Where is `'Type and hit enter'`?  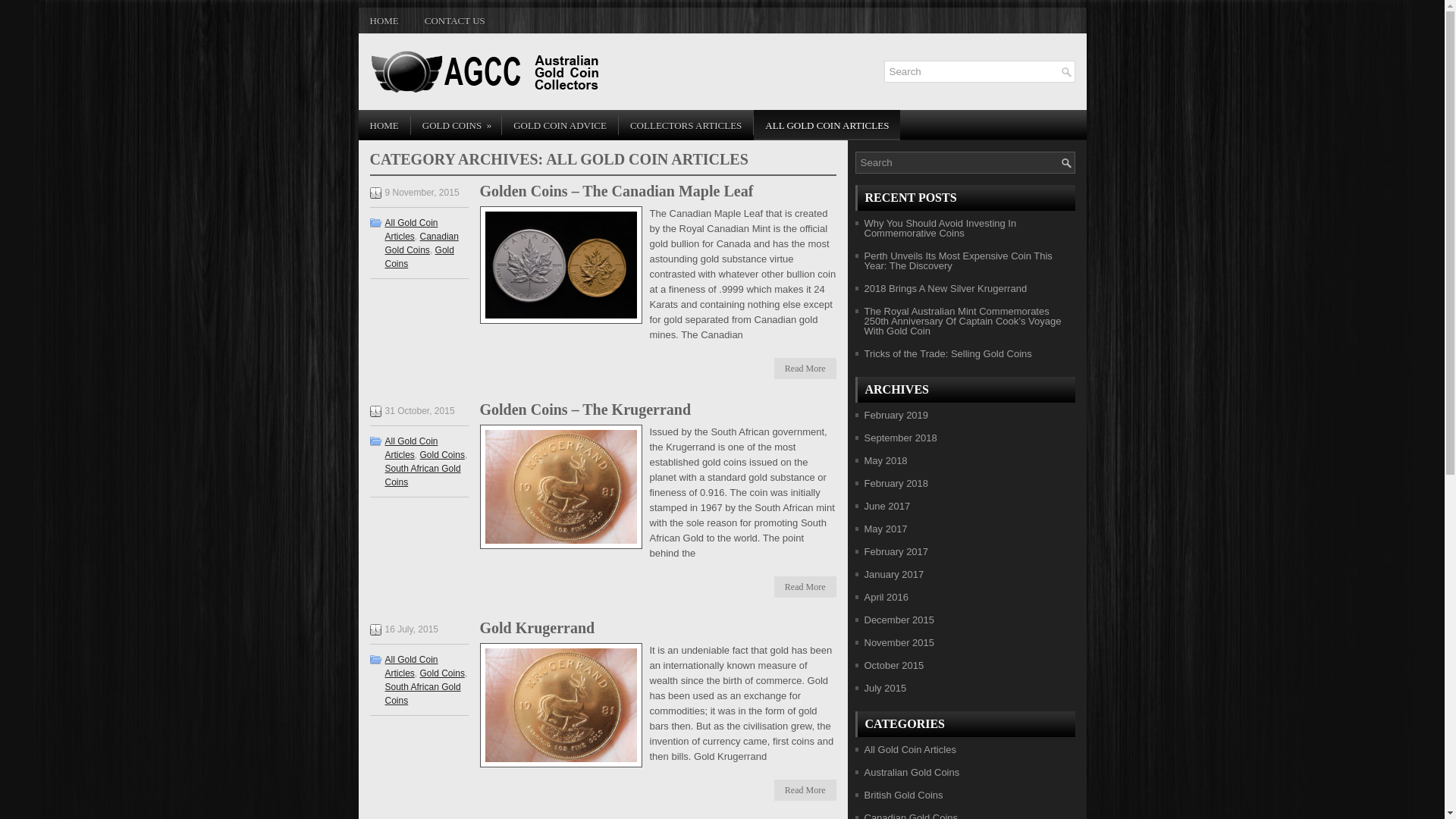 'Type and hit enter' is located at coordinates (964, 162).